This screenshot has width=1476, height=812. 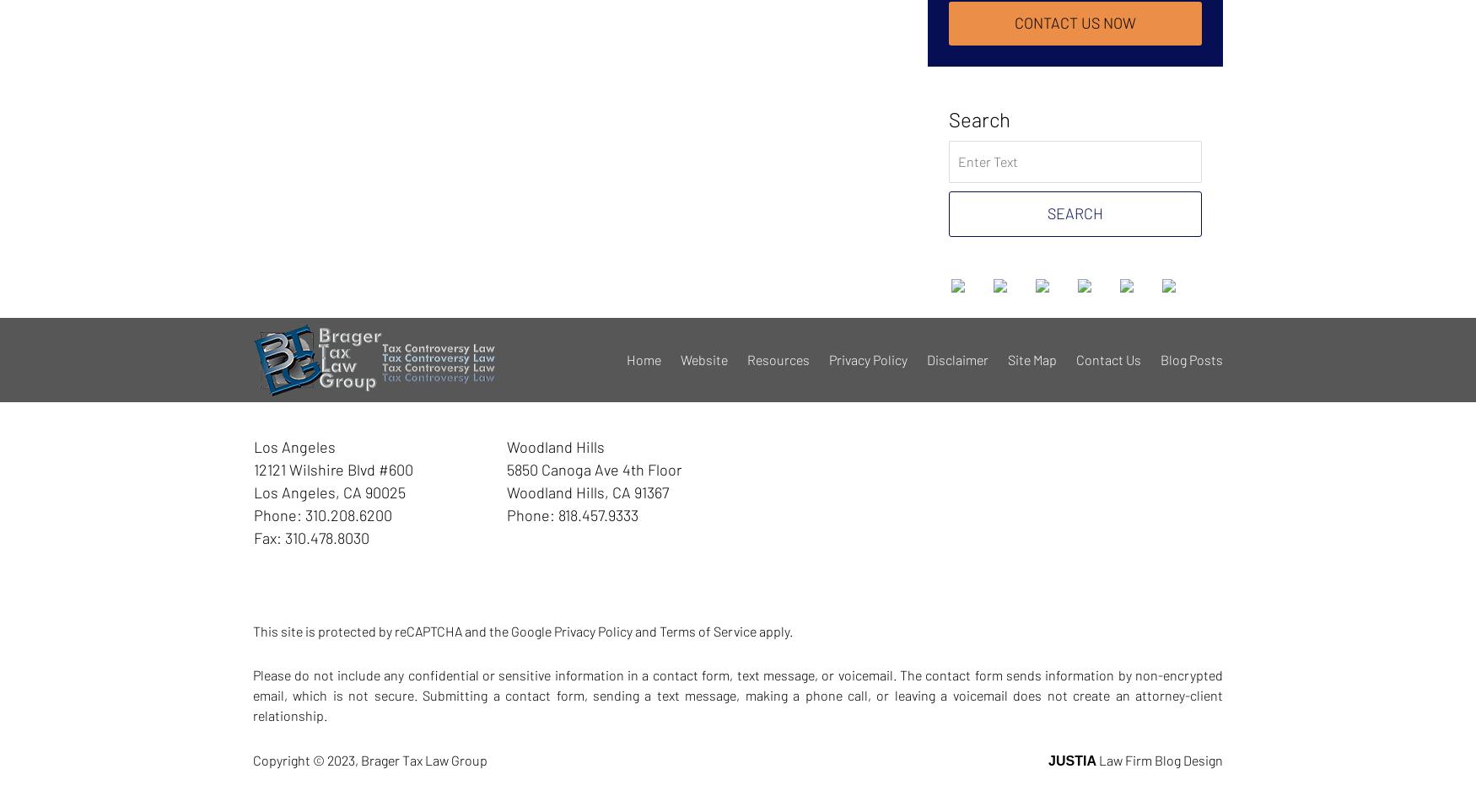 What do you see at coordinates (269, 536) in the screenshot?
I see `'Fax:'` at bounding box center [269, 536].